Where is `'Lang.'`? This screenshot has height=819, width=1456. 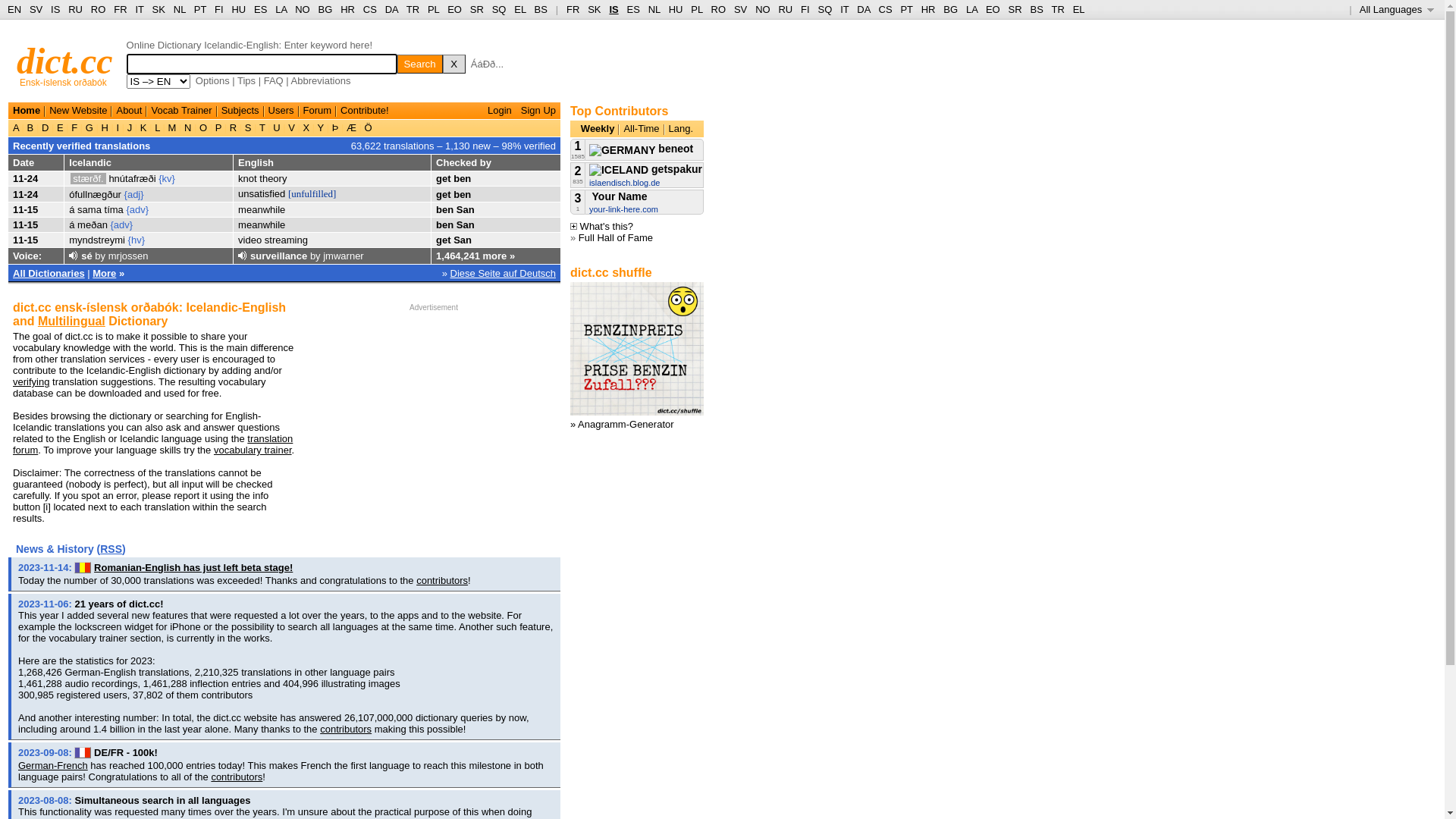
'Lang.' is located at coordinates (680, 127).